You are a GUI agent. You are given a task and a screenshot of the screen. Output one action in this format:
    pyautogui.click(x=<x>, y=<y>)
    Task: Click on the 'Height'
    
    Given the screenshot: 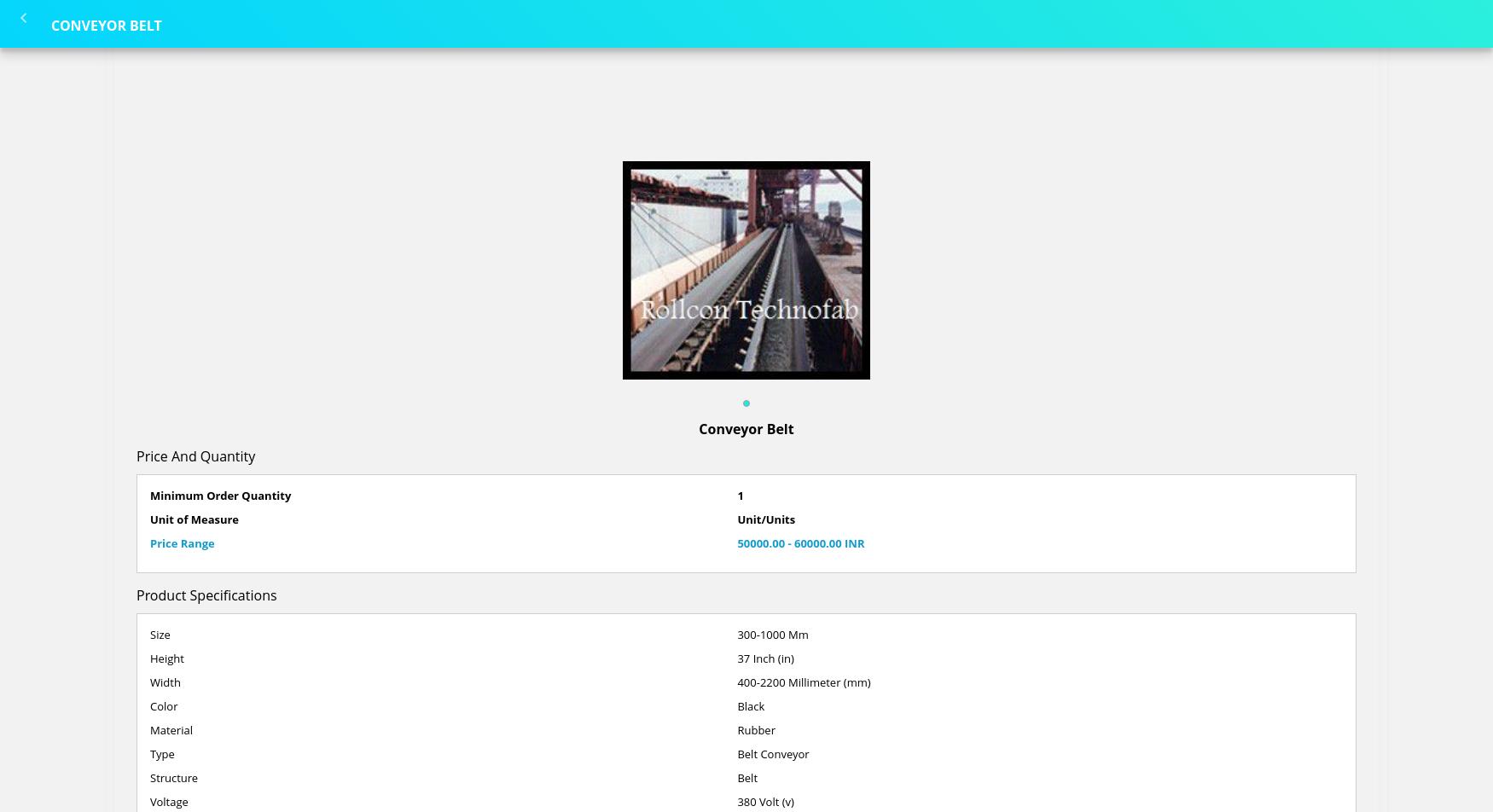 What is the action you would take?
    pyautogui.click(x=166, y=658)
    